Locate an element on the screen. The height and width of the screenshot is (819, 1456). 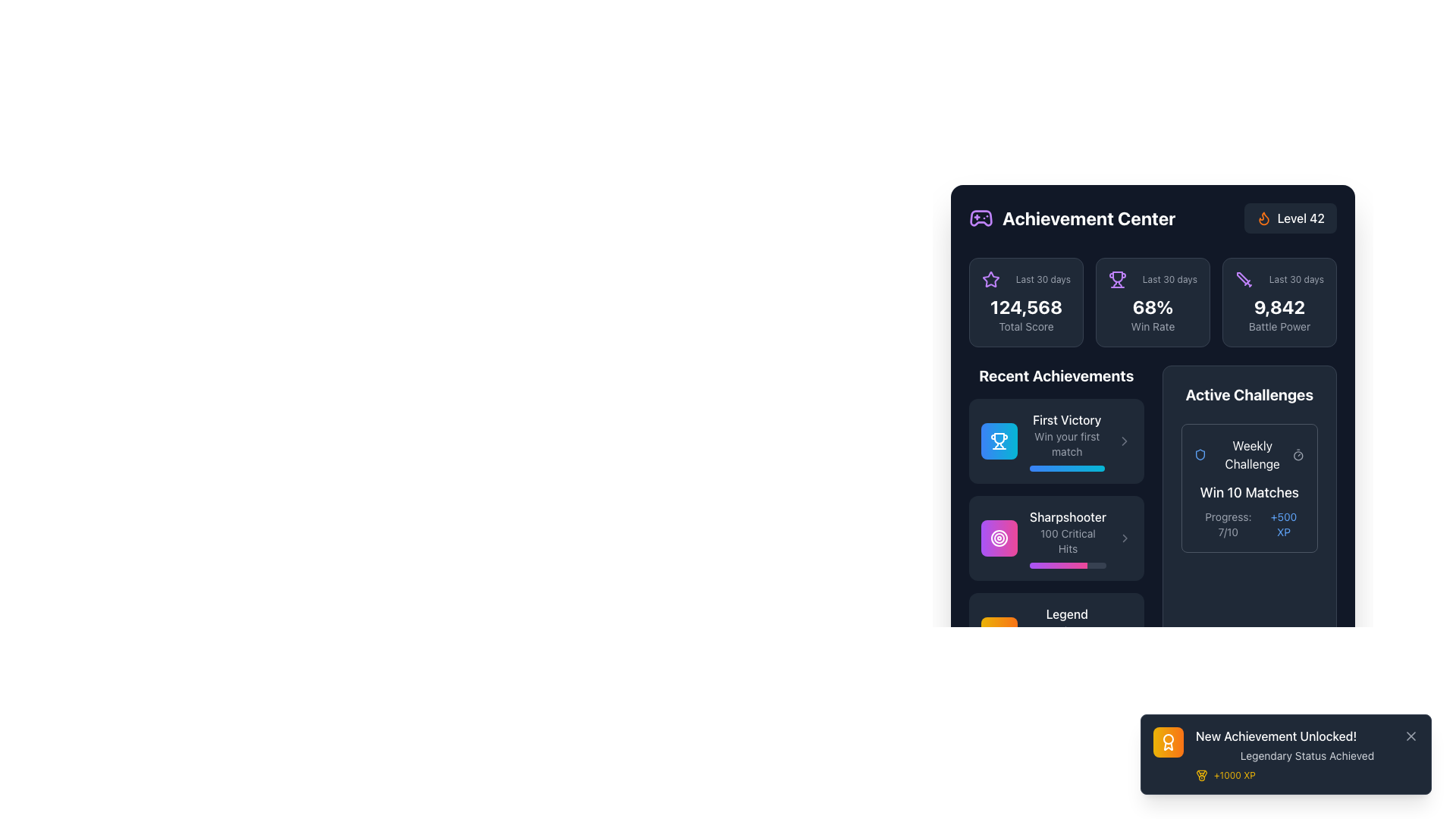
the Text Display element that shows the numerical value '9,842' in bold white text, representing 'Battle Power', located at the bottom right of the 'Last 30 days' stats section is located at coordinates (1279, 314).